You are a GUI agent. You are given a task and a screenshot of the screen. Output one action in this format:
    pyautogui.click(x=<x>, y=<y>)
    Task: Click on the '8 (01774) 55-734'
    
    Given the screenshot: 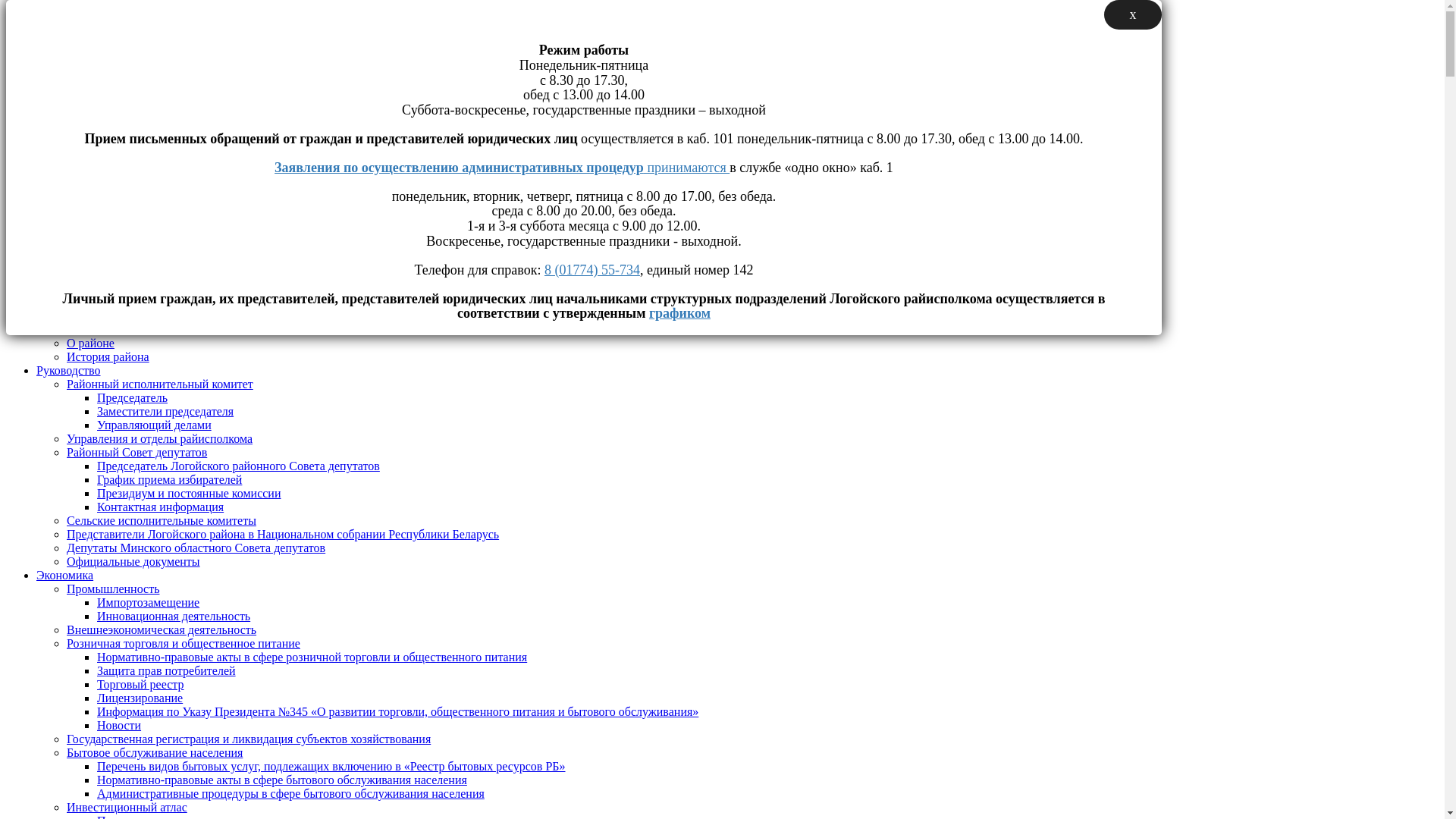 What is the action you would take?
    pyautogui.click(x=544, y=268)
    